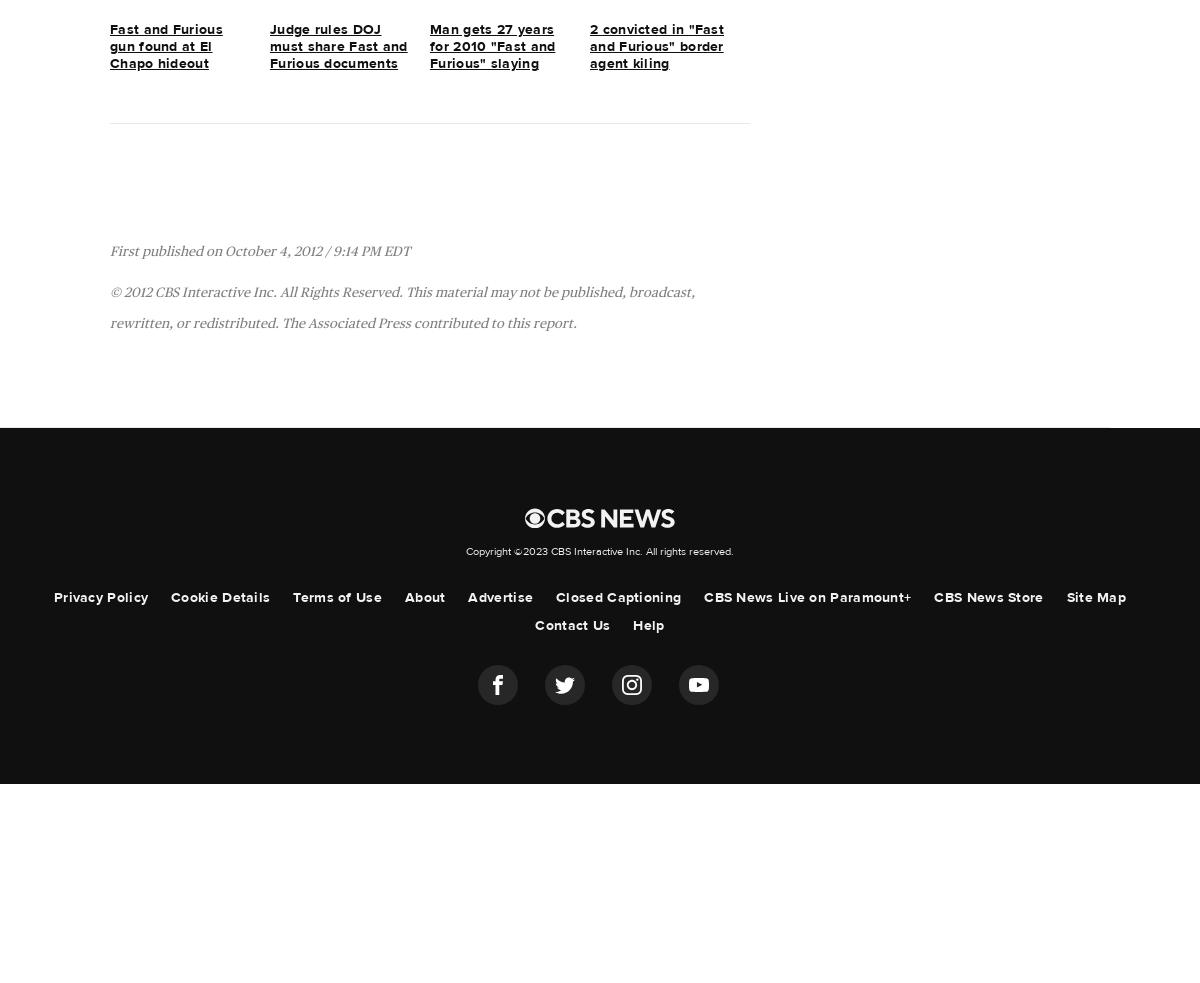 This screenshot has width=1200, height=983. What do you see at coordinates (600, 551) in the screenshot?
I see `'Copyright ©2023 CBS Interactive Inc. All rights reserved.'` at bounding box center [600, 551].